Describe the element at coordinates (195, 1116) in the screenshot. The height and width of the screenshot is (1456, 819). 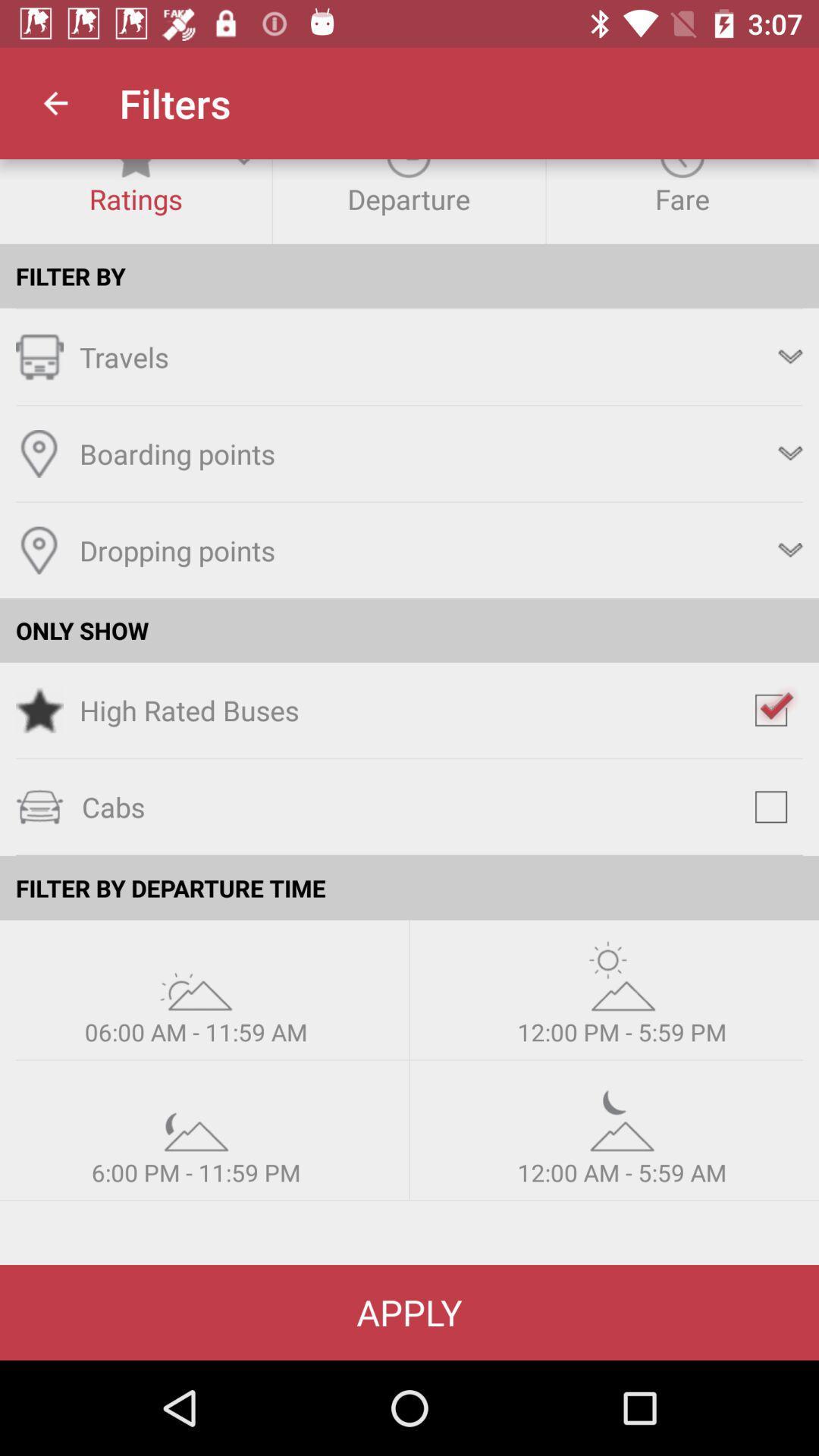
I see `filter by this time` at that location.